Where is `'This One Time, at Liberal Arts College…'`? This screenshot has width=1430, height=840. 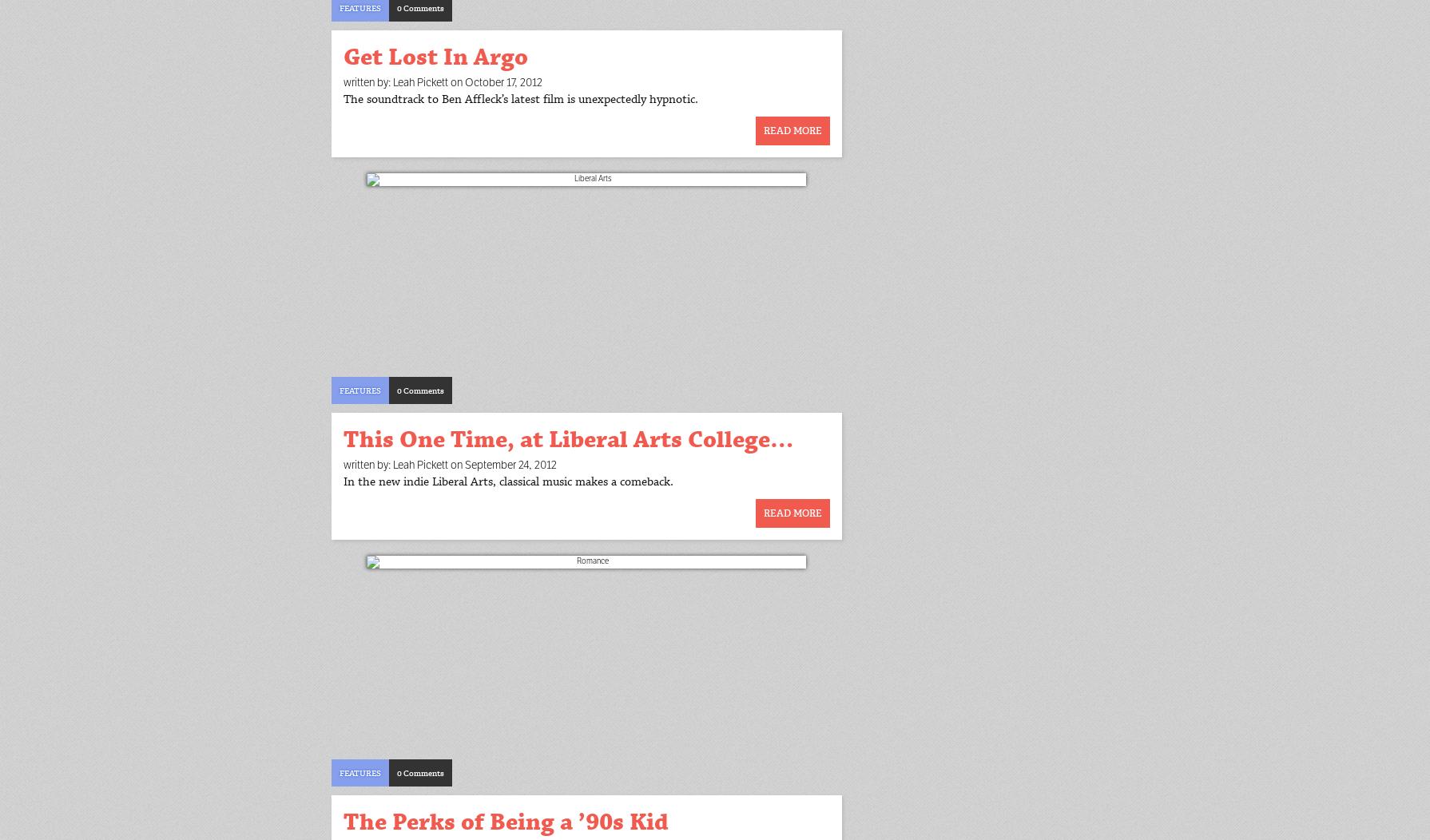
'This One Time, at Liberal Arts College…' is located at coordinates (568, 439).